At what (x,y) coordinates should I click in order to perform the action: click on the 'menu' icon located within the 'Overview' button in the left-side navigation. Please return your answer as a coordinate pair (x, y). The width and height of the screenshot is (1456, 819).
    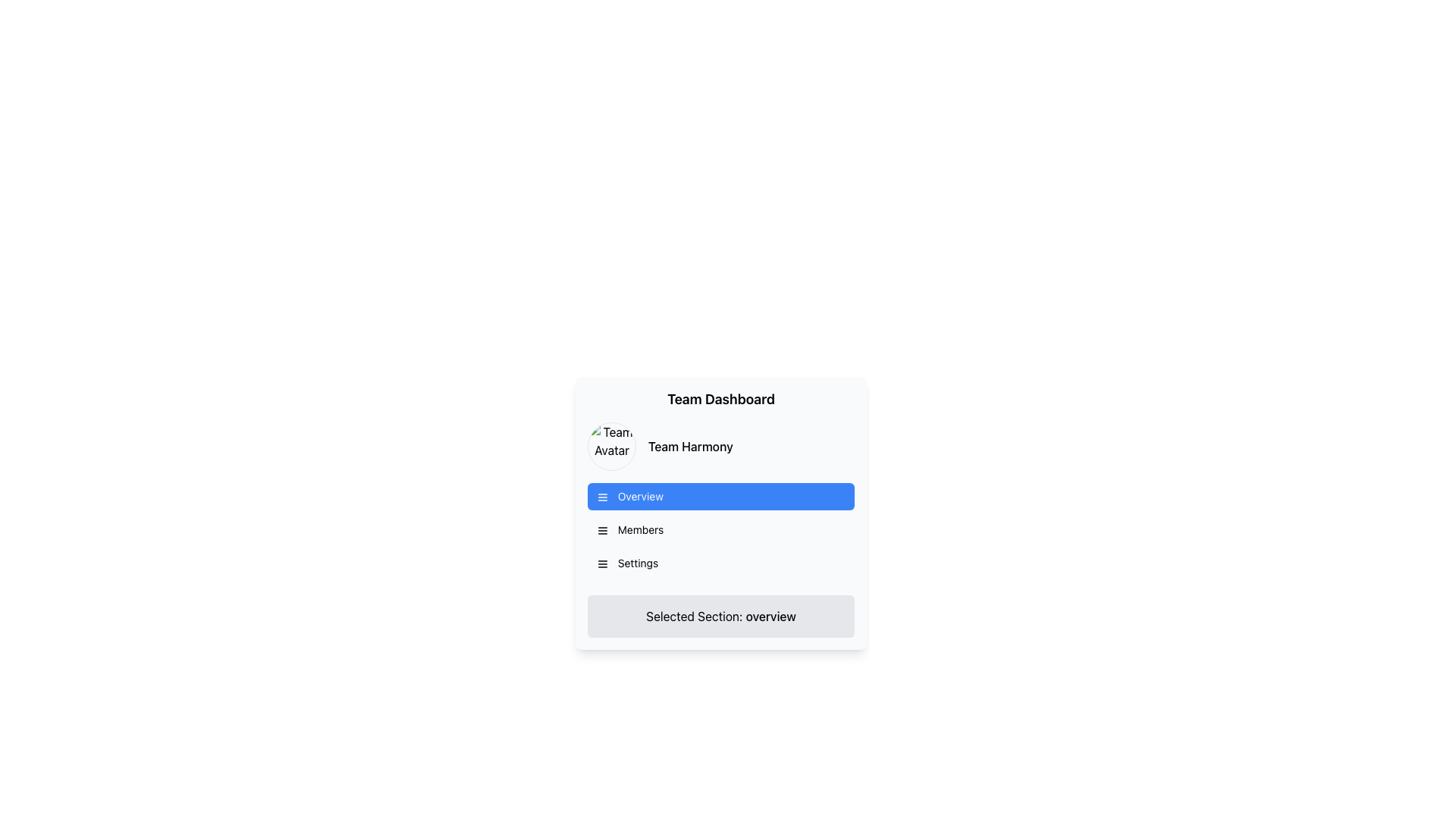
    Looking at the image, I should click on (602, 497).